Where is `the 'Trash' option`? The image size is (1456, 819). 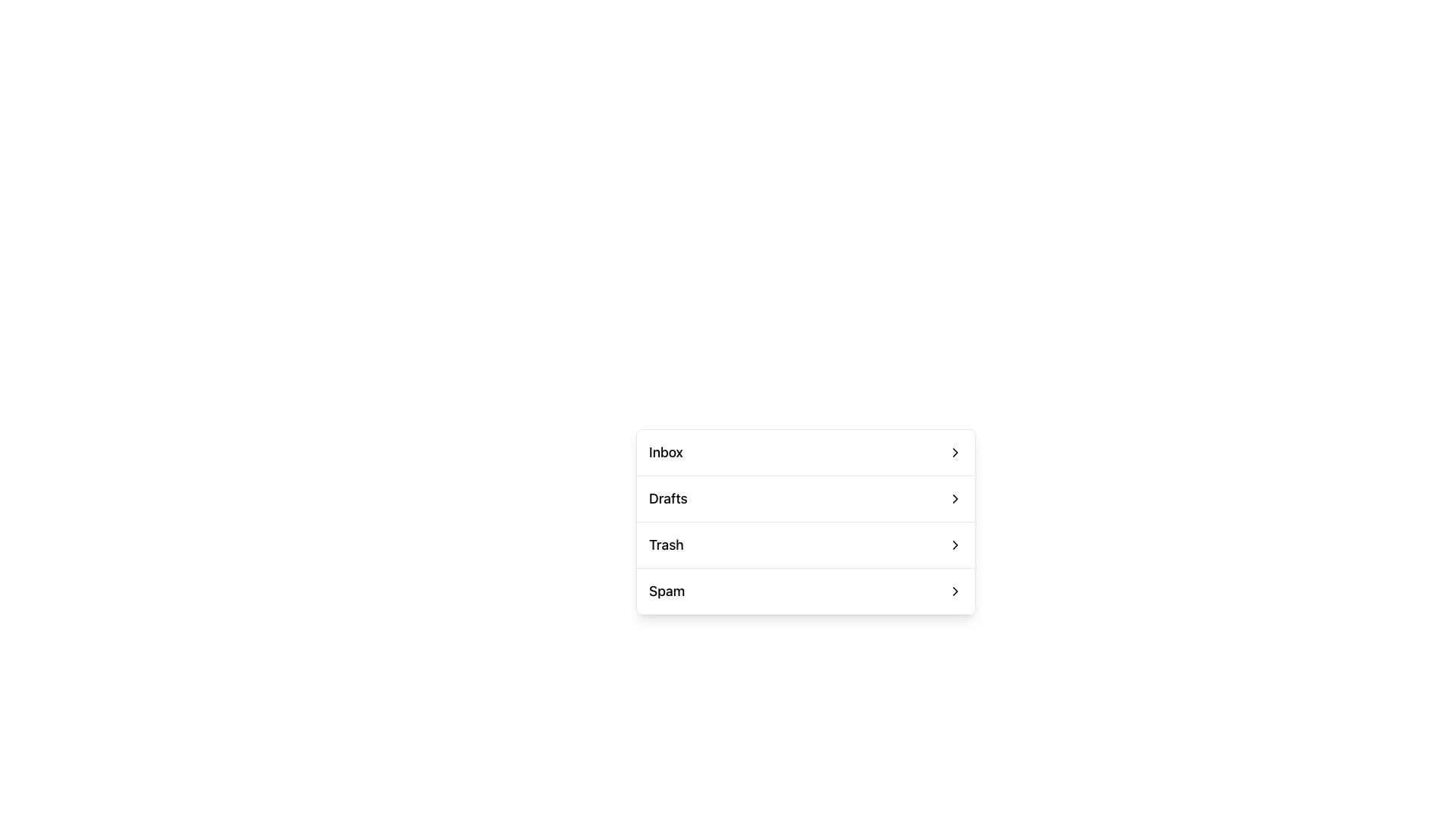 the 'Trash' option is located at coordinates (805, 521).